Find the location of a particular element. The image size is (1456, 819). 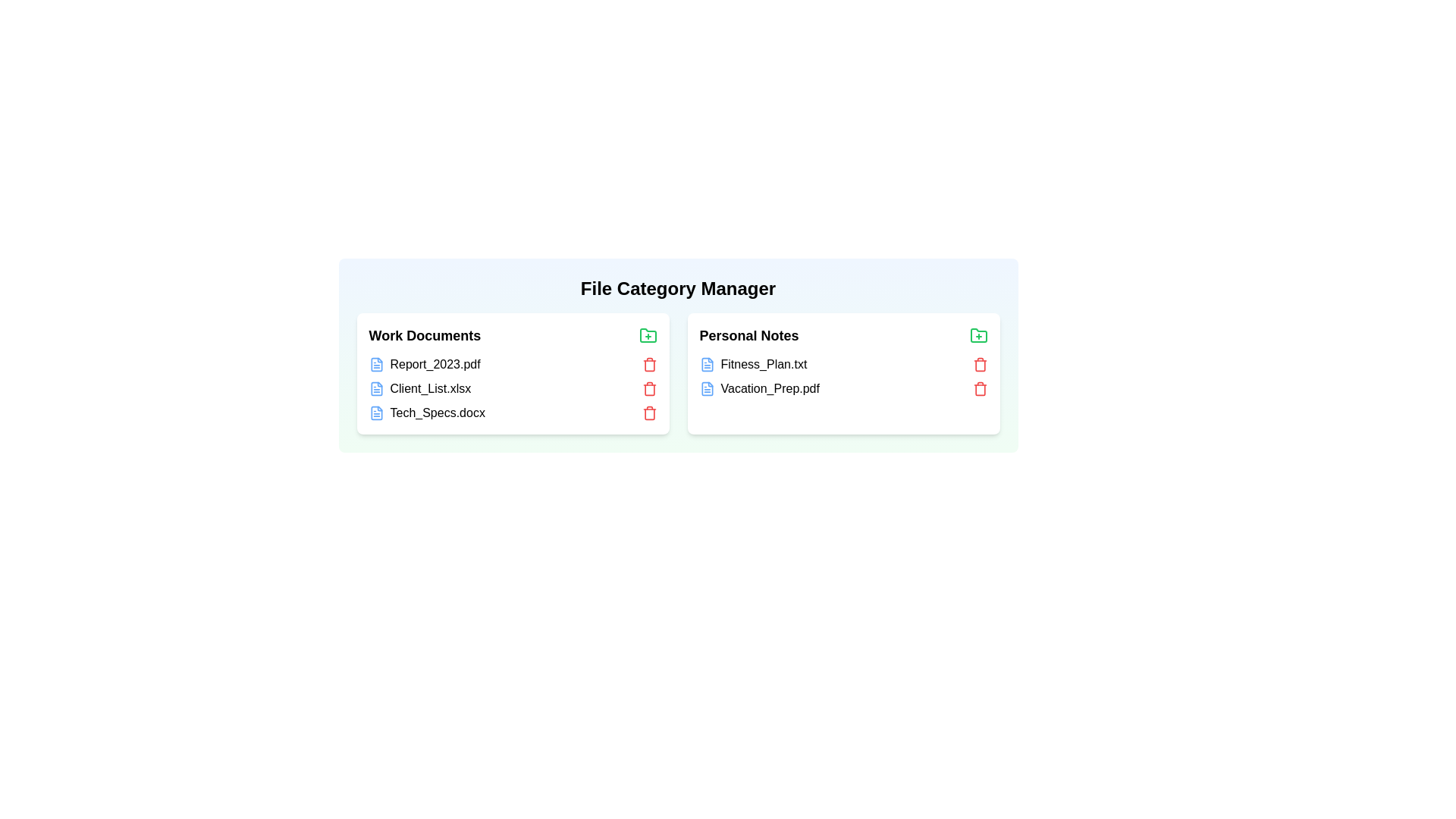

'Add File' button for the category 'Work Documents' is located at coordinates (648, 335).